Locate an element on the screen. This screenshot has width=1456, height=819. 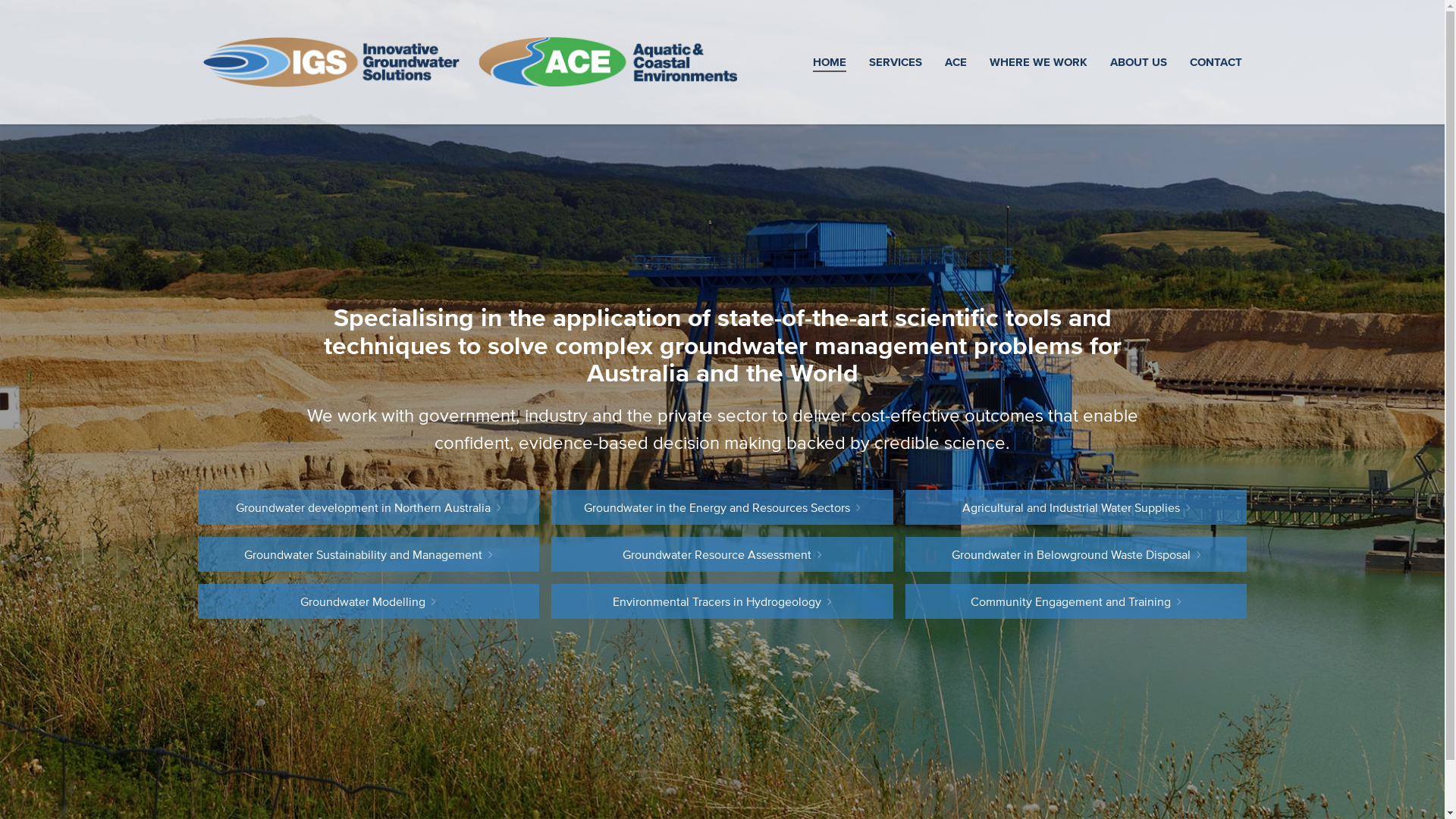
'Environmental Tracers in Hydrogeology  ' is located at coordinates (721, 601).